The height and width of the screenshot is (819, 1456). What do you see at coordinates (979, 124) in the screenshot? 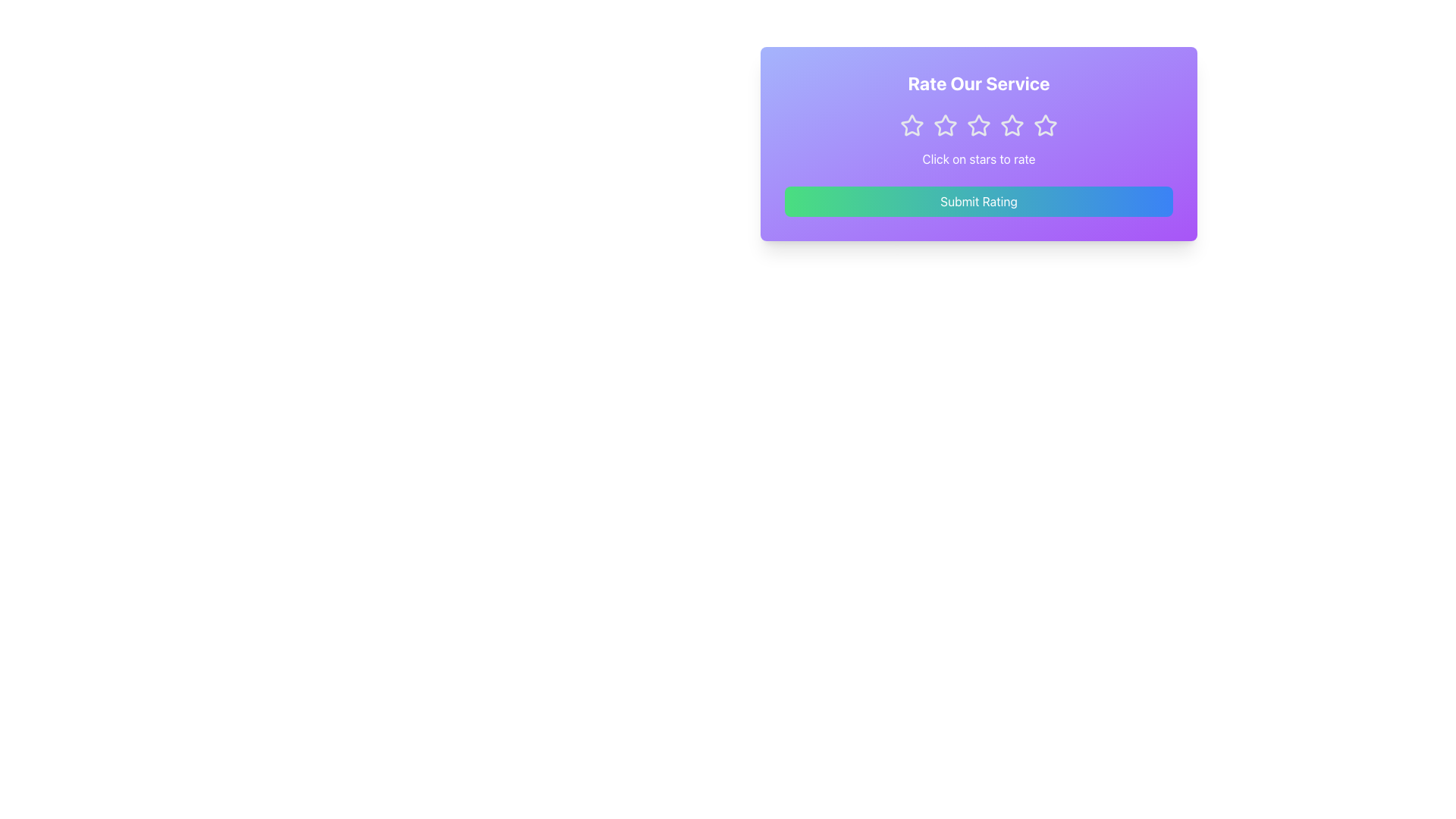
I see `the fourth star in the rating component` at bounding box center [979, 124].